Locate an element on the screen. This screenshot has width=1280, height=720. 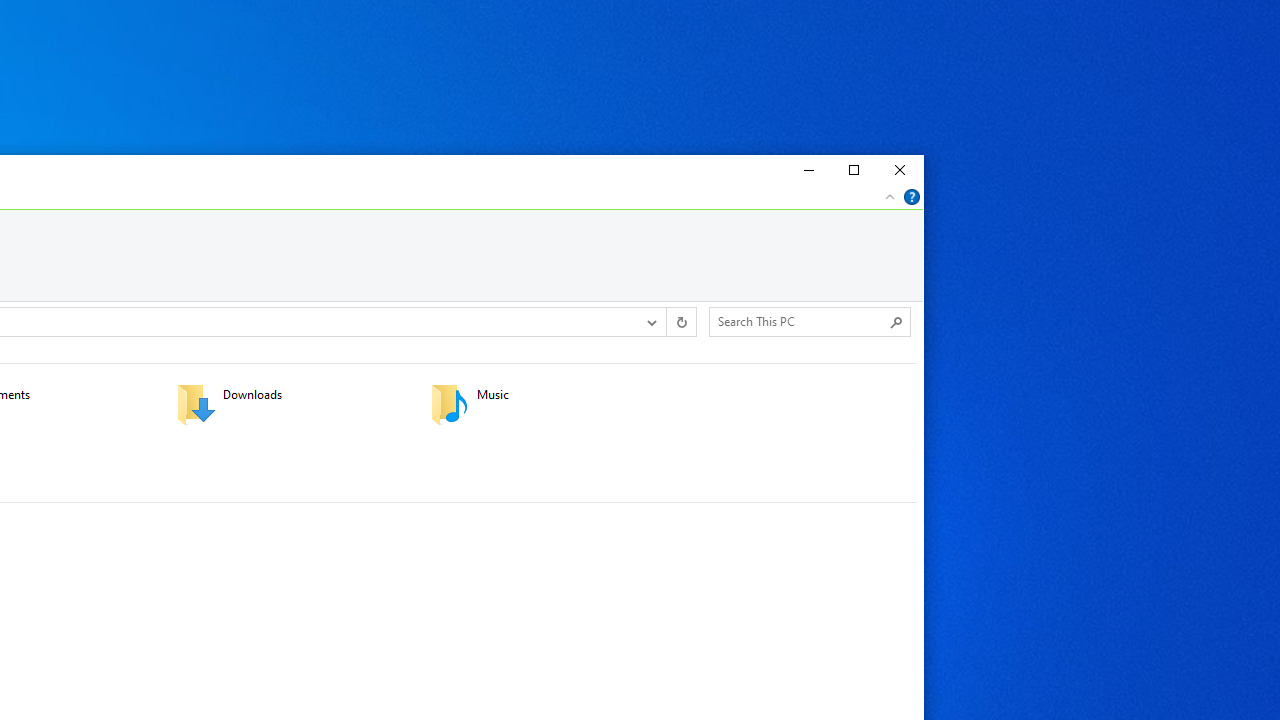
'Maximize' is located at coordinates (853, 170).